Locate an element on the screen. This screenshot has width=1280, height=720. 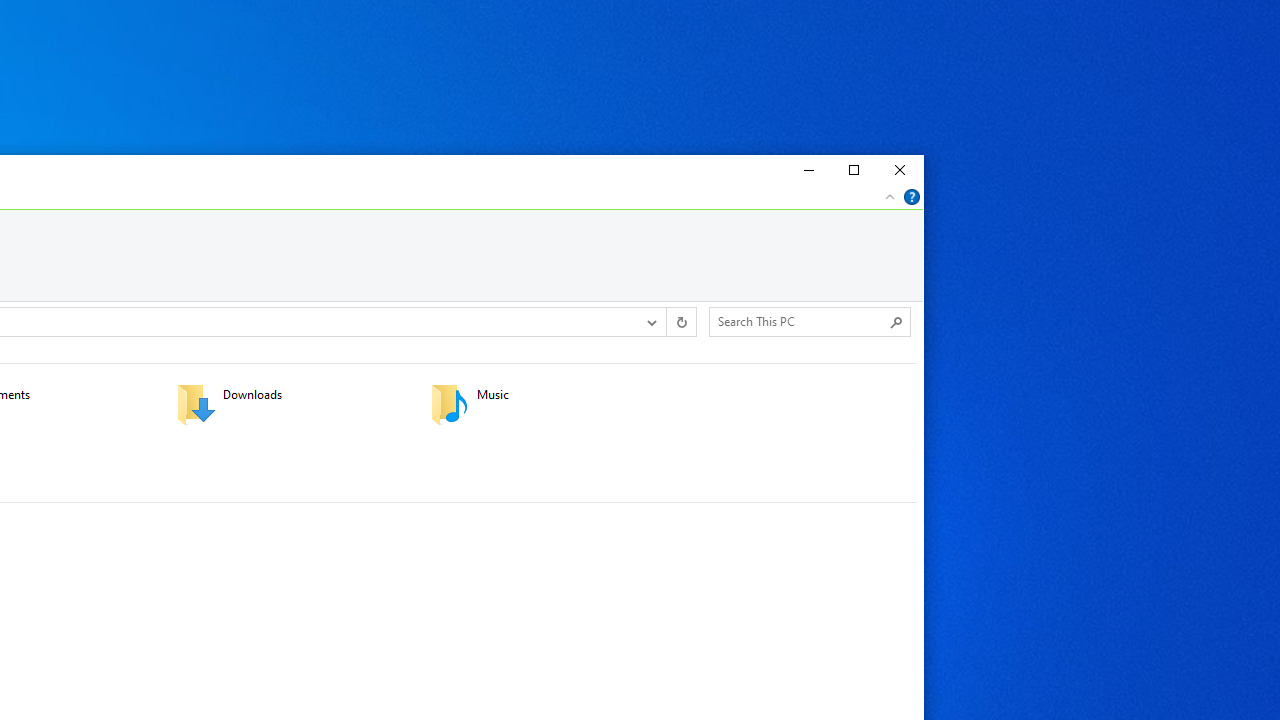
'Maximize' is located at coordinates (853, 170).